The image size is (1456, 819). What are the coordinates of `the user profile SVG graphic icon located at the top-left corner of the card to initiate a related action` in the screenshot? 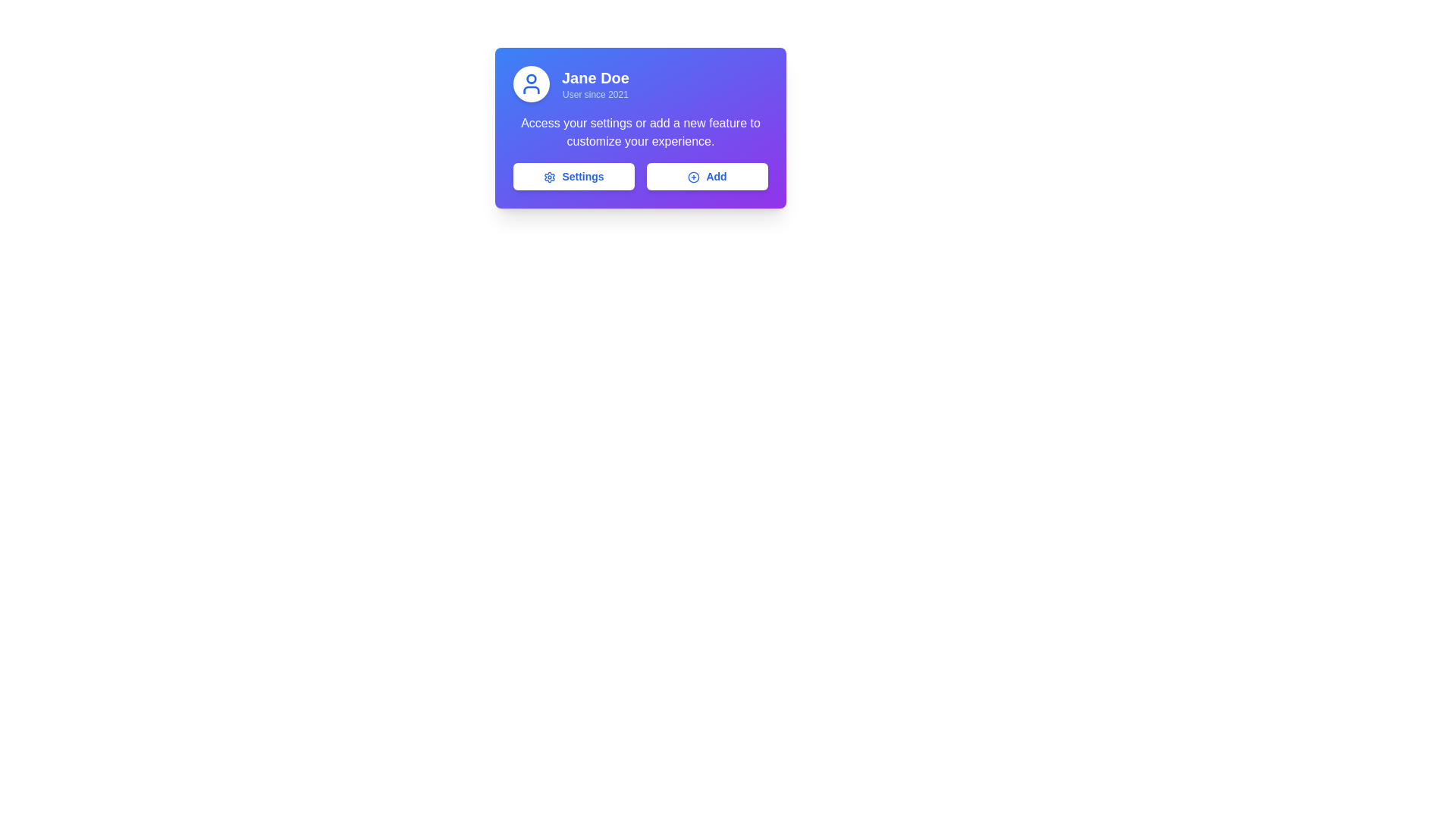 It's located at (531, 84).